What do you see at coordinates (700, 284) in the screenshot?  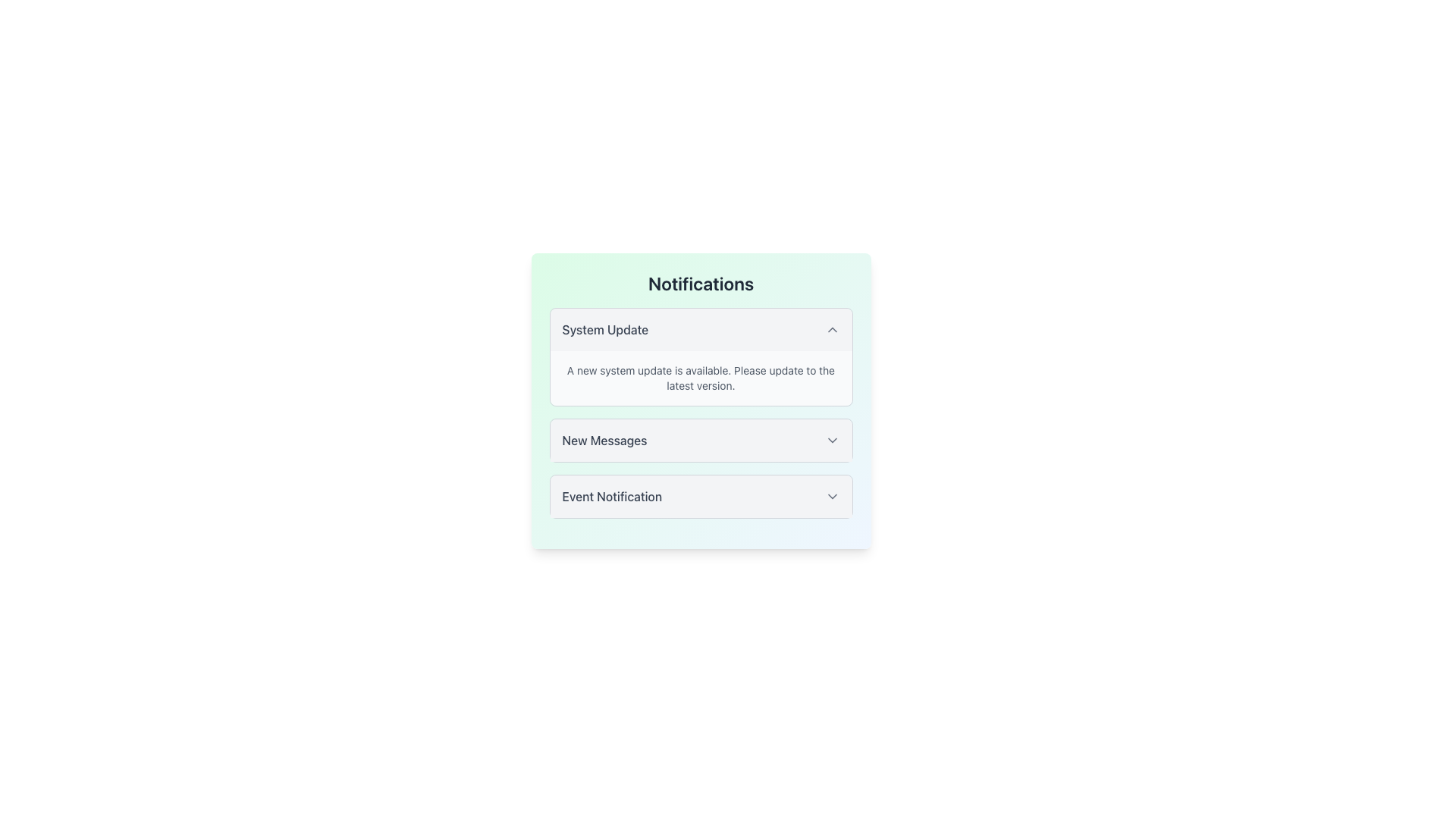 I see `the 'Notifications' header text, which is a bold, oversized text element centered at the top of a notification card with a gradient background` at bounding box center [700, 284].